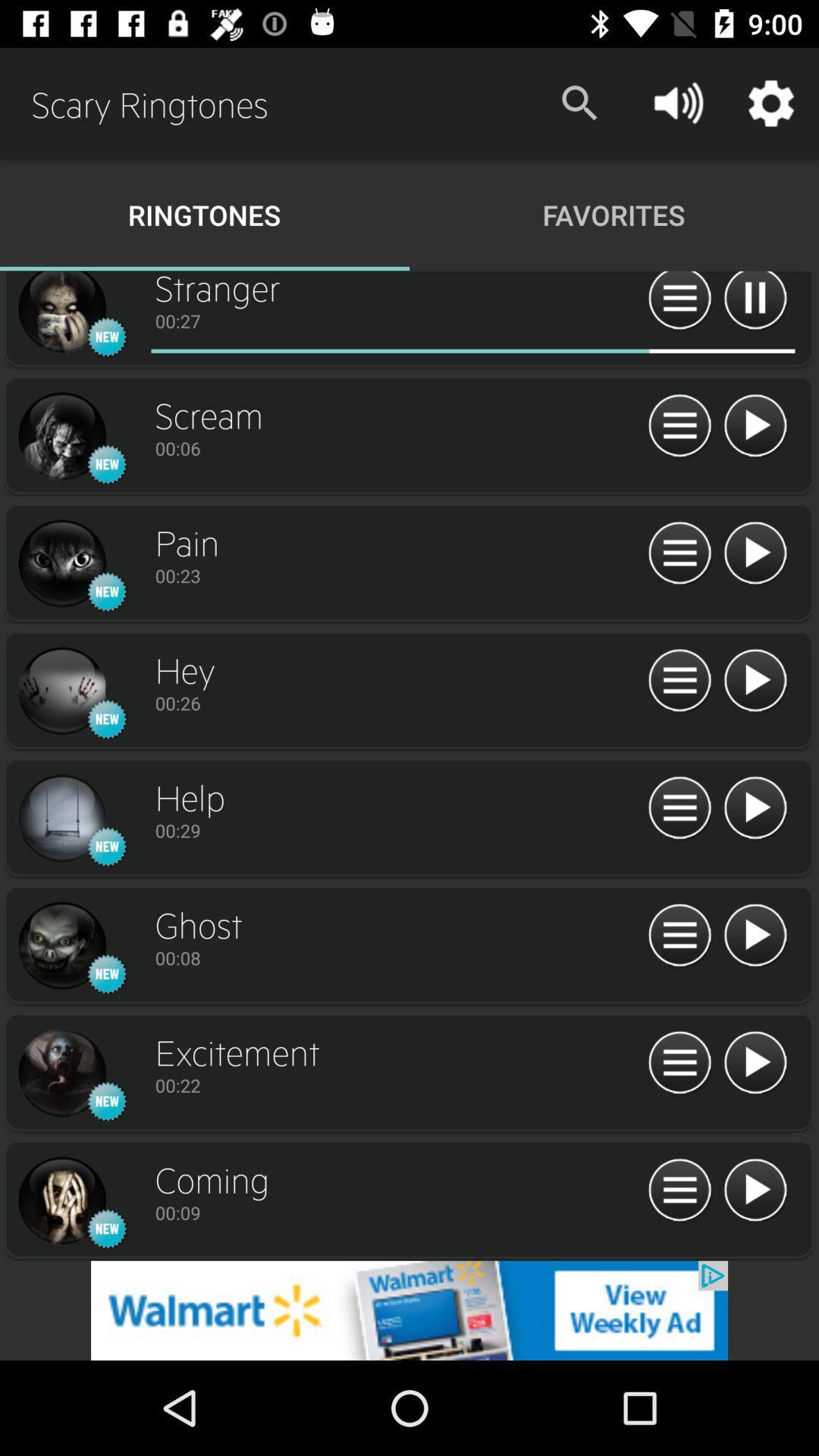 Image resolution: width=819 pixels, height=1456 pixels. Describe the element at coordinates (679, 808) in the screenshot. I see `open more info on ringtone` at that location.